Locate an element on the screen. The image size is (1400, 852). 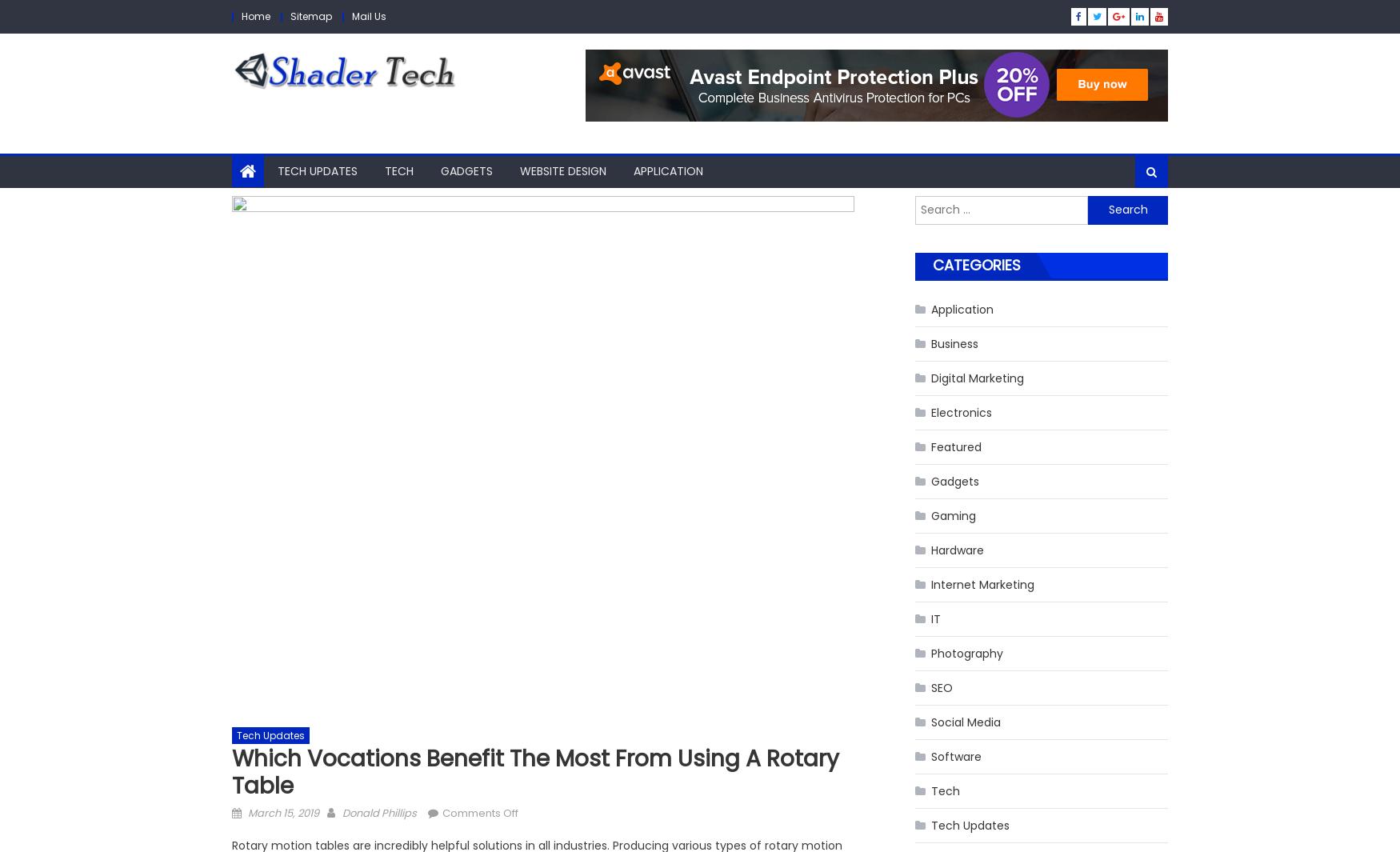
'IT' is located at coordinates (930, 618).